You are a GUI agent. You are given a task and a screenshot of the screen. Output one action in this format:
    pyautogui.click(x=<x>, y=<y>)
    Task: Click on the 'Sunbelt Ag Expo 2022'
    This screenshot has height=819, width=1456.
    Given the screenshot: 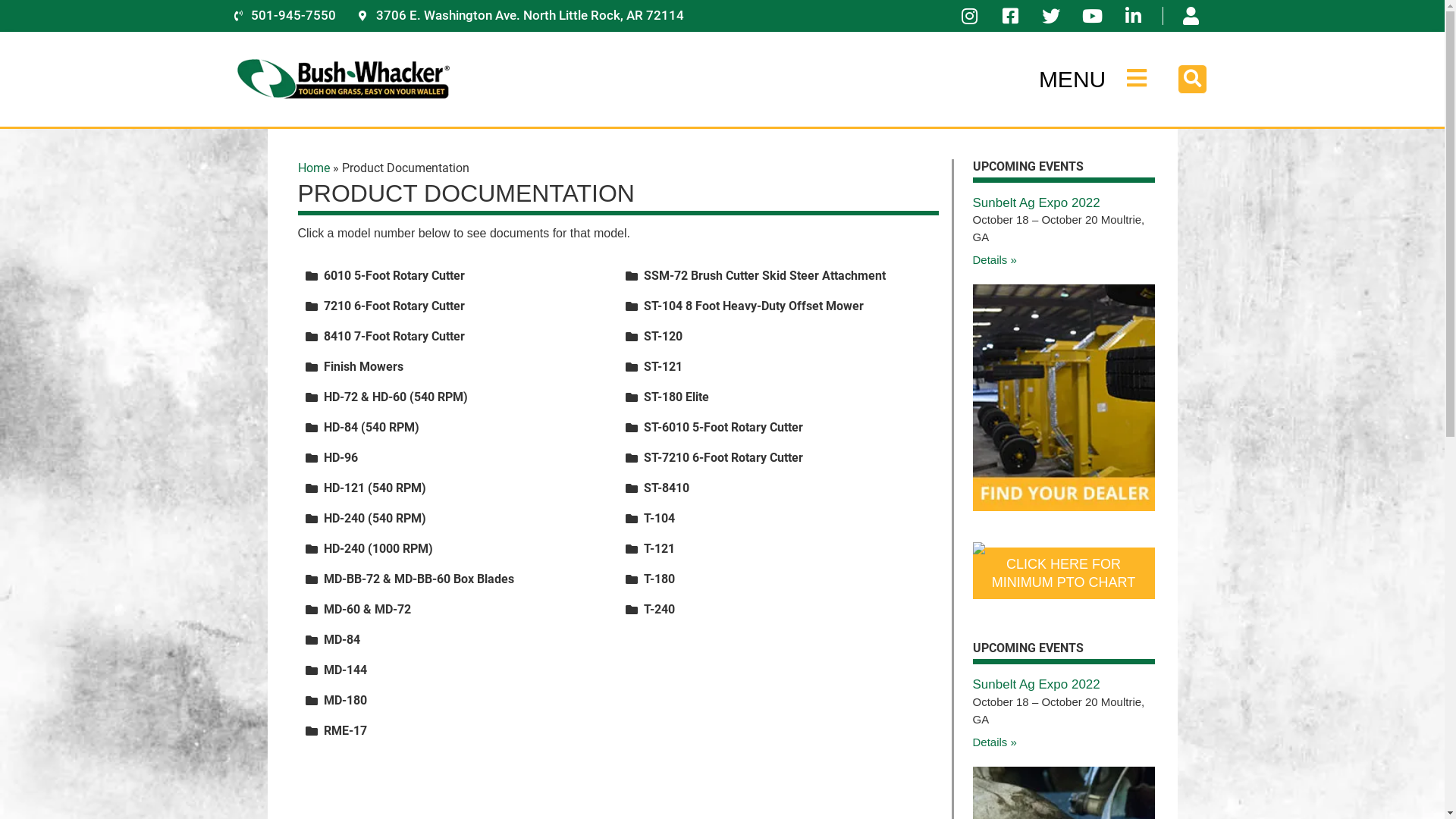 What is the action you would take?
    pyautogui.click(x=1035, y=684)
    